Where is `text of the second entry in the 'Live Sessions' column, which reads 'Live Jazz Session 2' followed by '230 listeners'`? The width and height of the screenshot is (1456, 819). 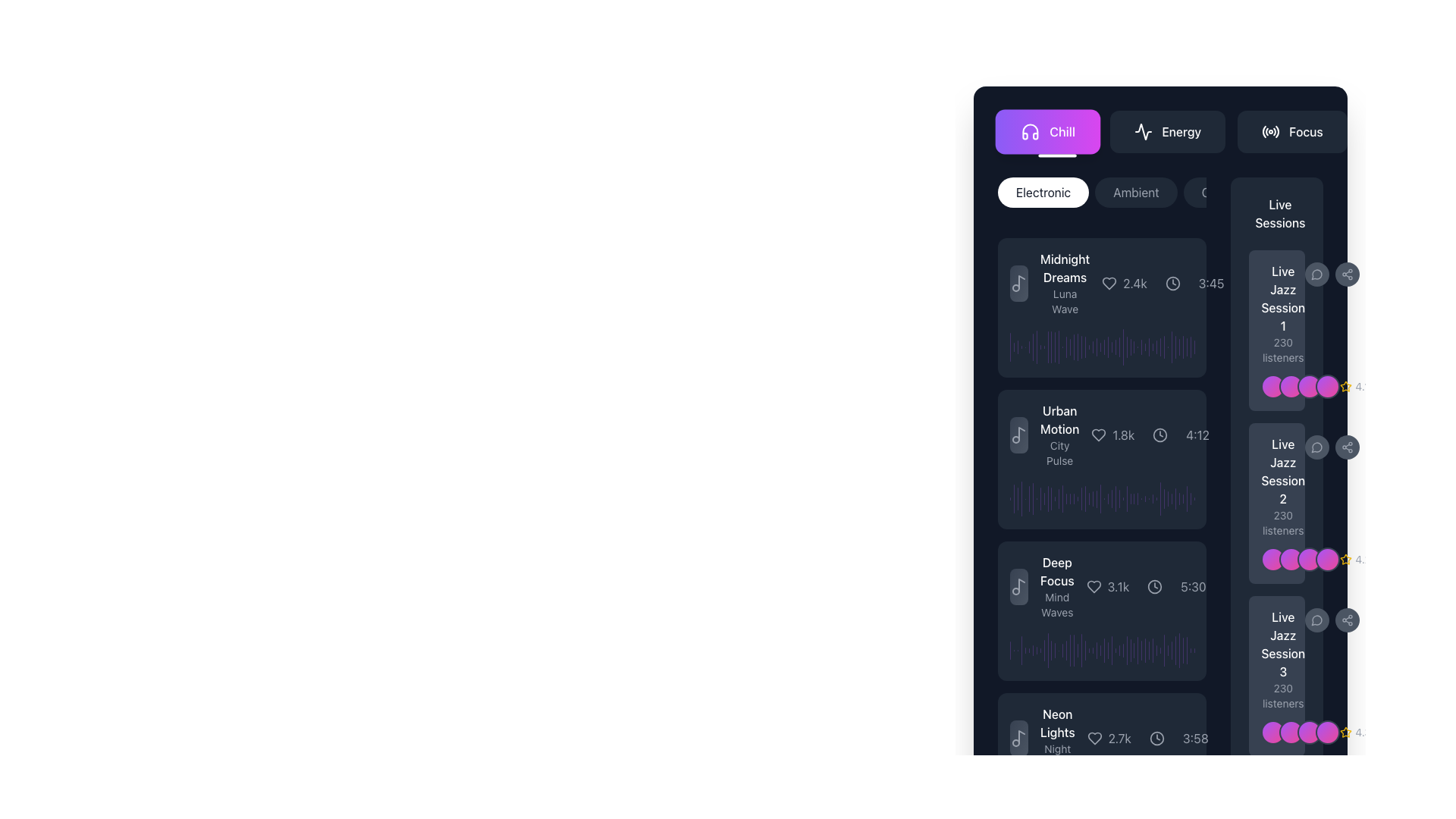
text of the second entry in the 'Live Sessions' column, which reads 'Live Jazz Session 2' followed by '230 listeners' is located at coordinates (1282, 486).